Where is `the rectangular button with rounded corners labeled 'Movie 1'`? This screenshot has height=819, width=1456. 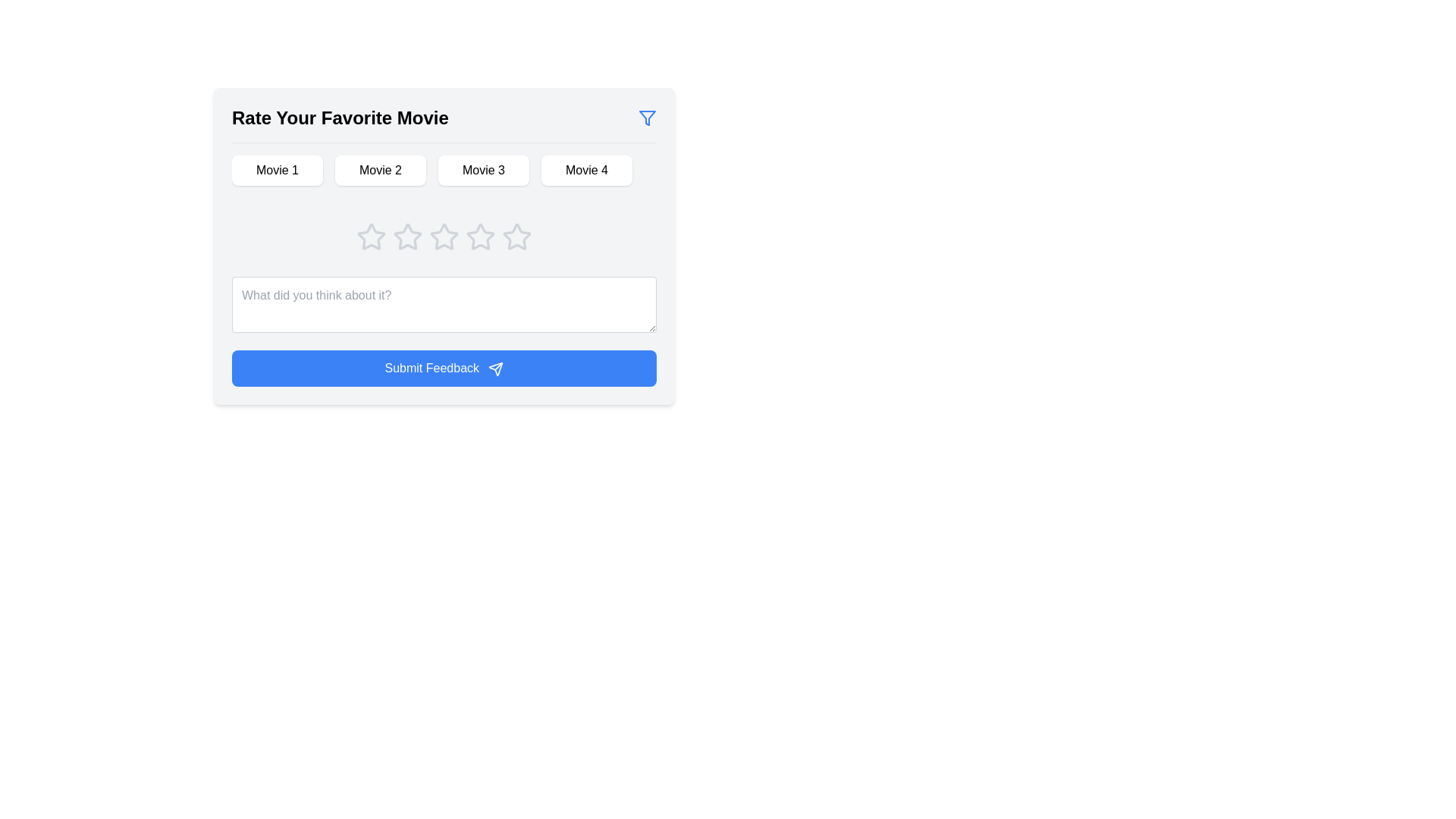 the rectangular button with rounded corners labeled 'Movie 1' is located at coordinates (277, 170).